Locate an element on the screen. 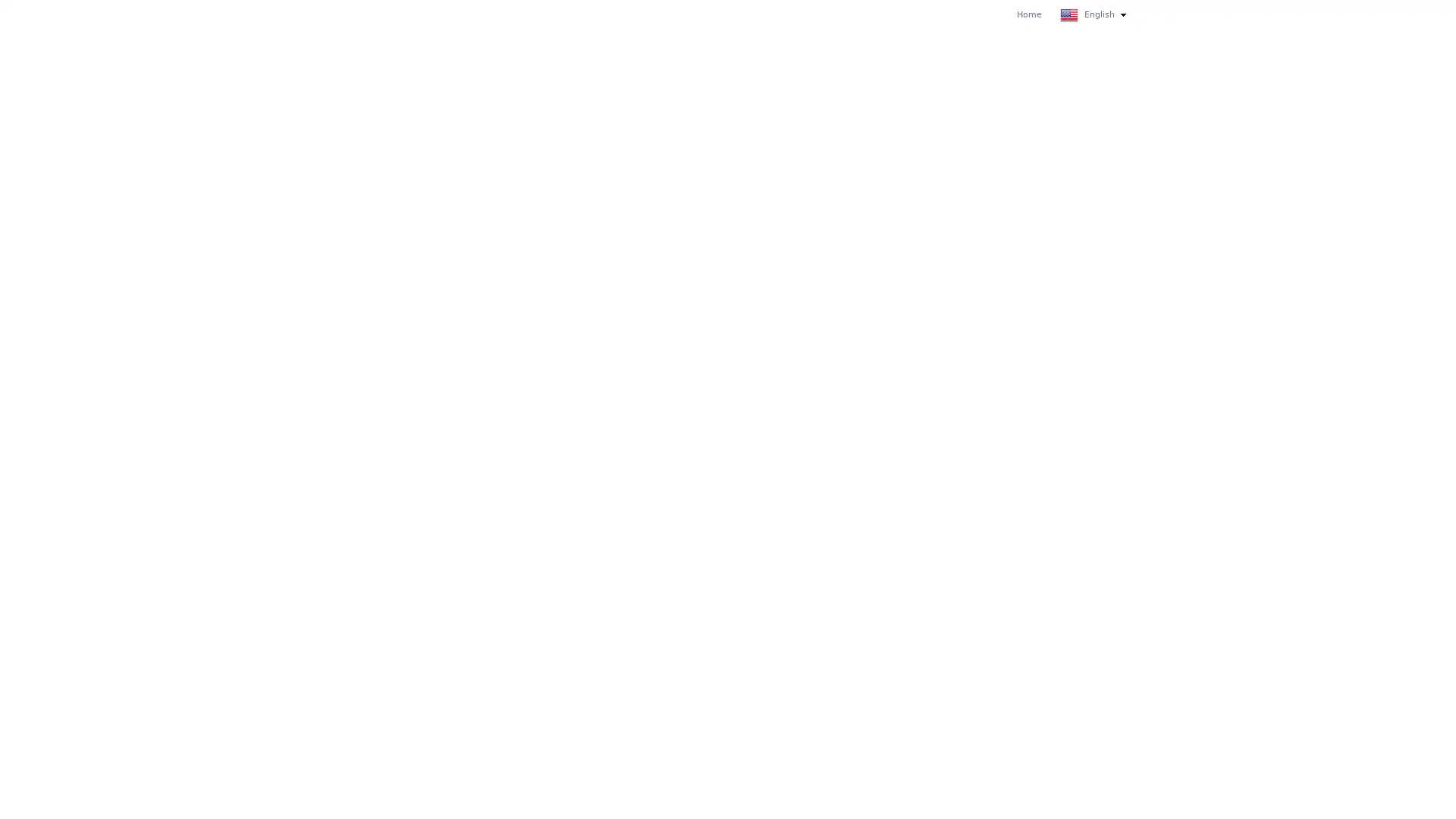 The height and width of the screenshot is (819, 1456). ,By logging in, I accept the AAdvantage terms and conditions. is located at coordinates (433, 457).